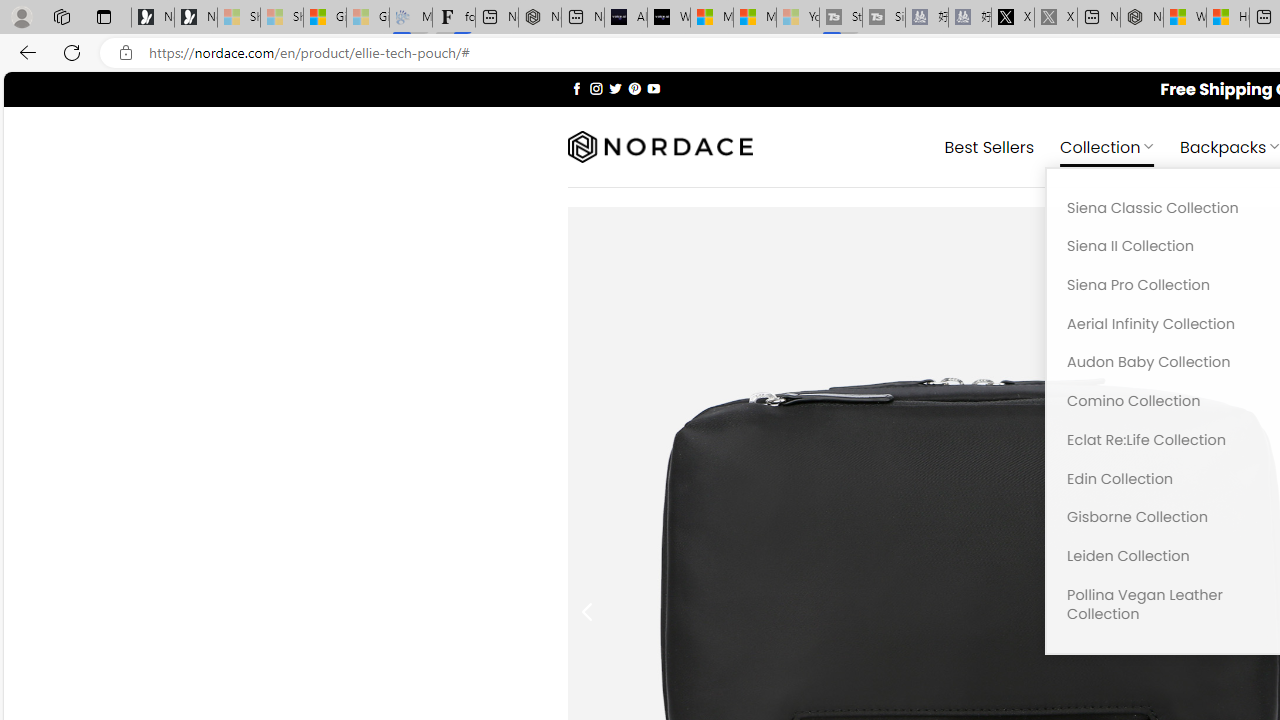 This screenshot has height=720, width=1280. What do you see at coordinates (633, 87) in the screenshot?
I see `'Follow on Pinterest'` at bounding box center [633, 87].